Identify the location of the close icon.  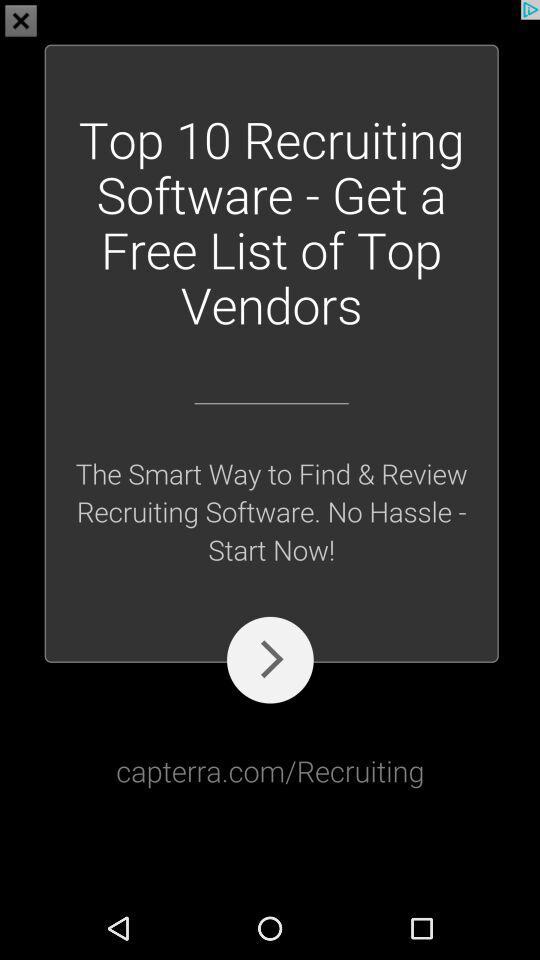
(20, 21).